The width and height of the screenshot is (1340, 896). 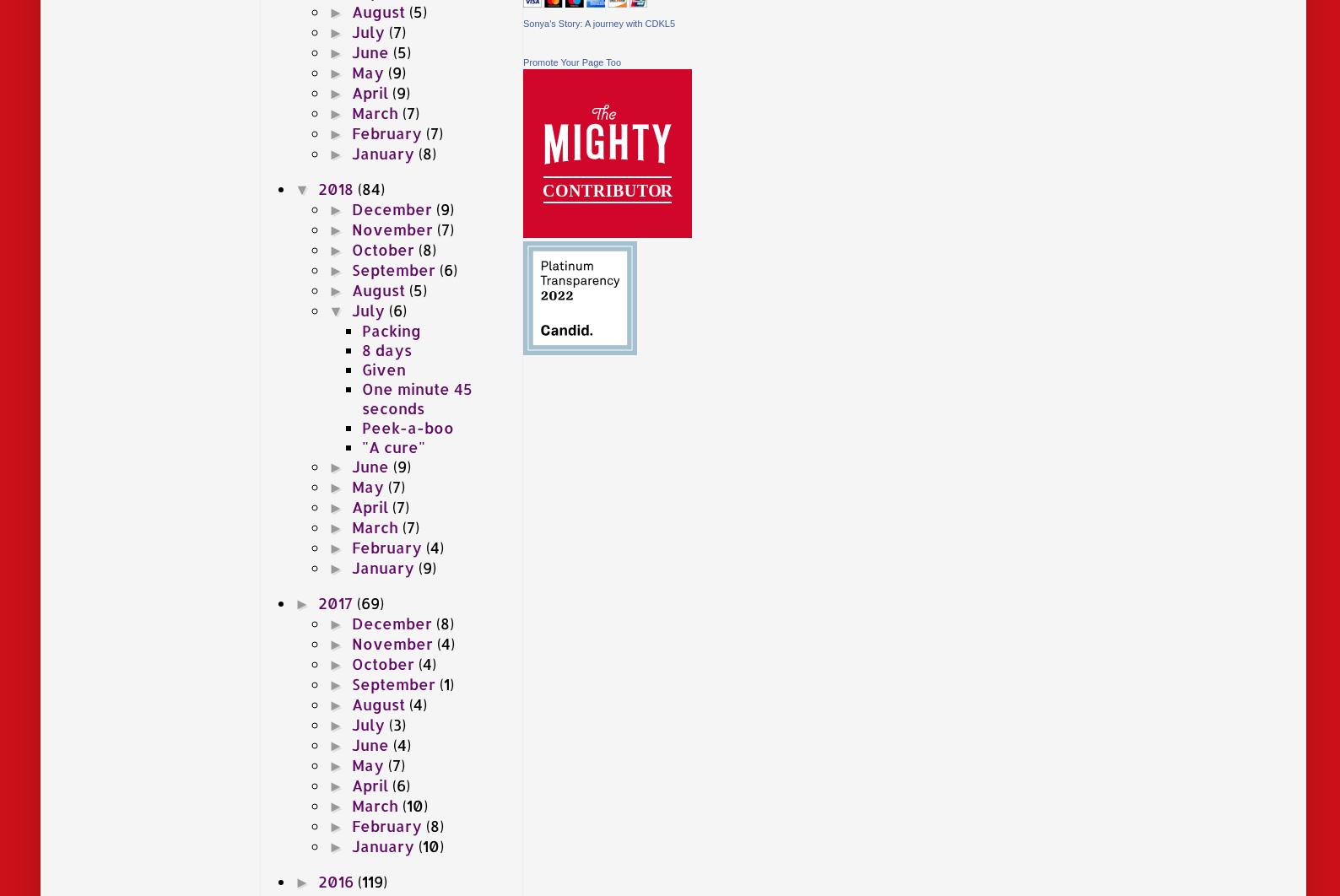 What do you see at coordinates (383, 367) in the screenshot?
I see `'Given'` at bounding box center [383, 367].